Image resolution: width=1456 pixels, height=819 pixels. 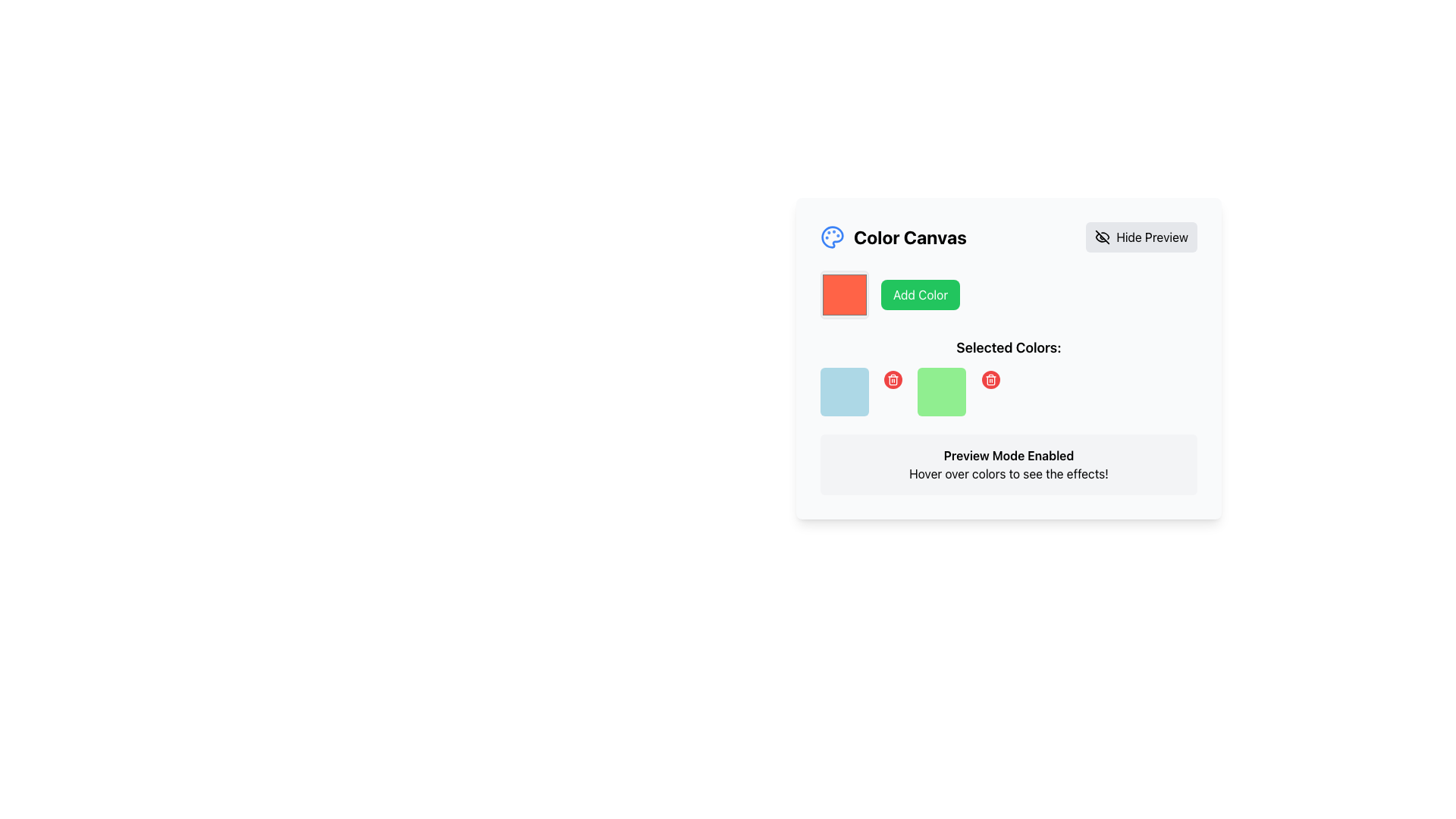 I want to click on the second red icon button in the 'Selected Colors' section, so click(x=893, y=379).